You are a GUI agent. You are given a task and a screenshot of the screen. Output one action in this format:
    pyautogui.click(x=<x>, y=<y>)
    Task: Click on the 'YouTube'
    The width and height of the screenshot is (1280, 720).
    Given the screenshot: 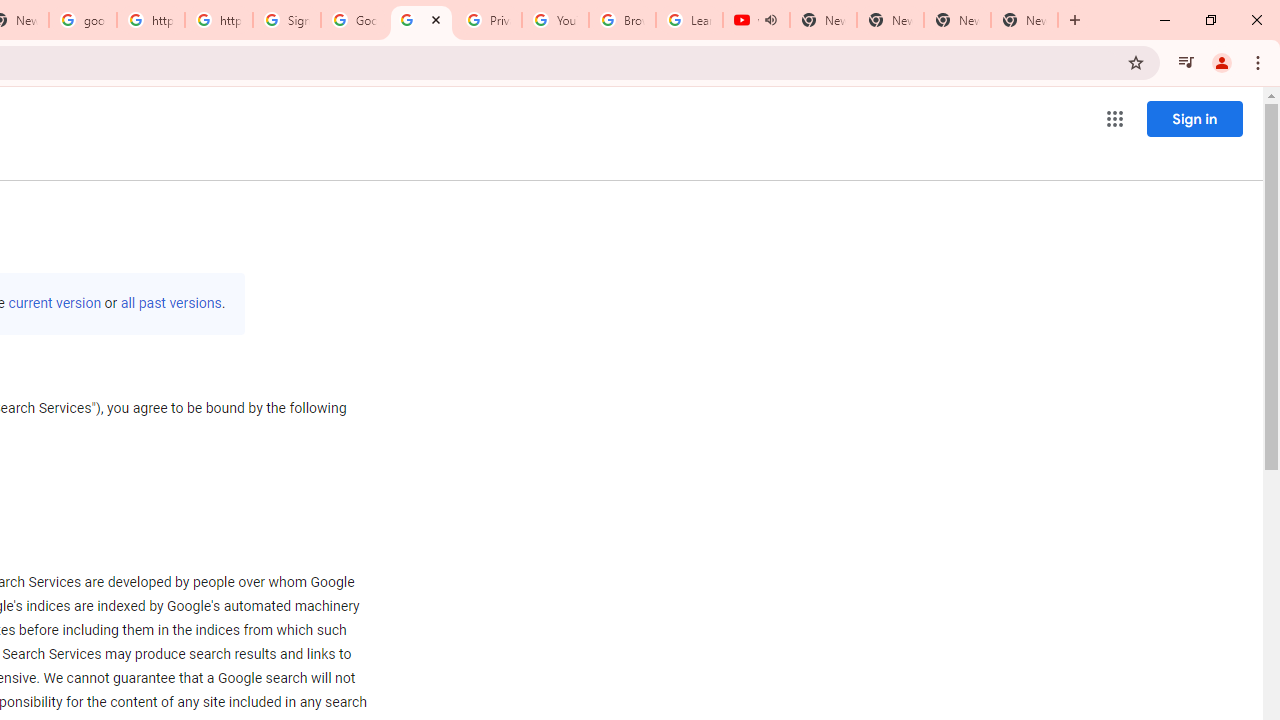 What is the action you would take?
    pyautogui.click(x=555, y=20)
    